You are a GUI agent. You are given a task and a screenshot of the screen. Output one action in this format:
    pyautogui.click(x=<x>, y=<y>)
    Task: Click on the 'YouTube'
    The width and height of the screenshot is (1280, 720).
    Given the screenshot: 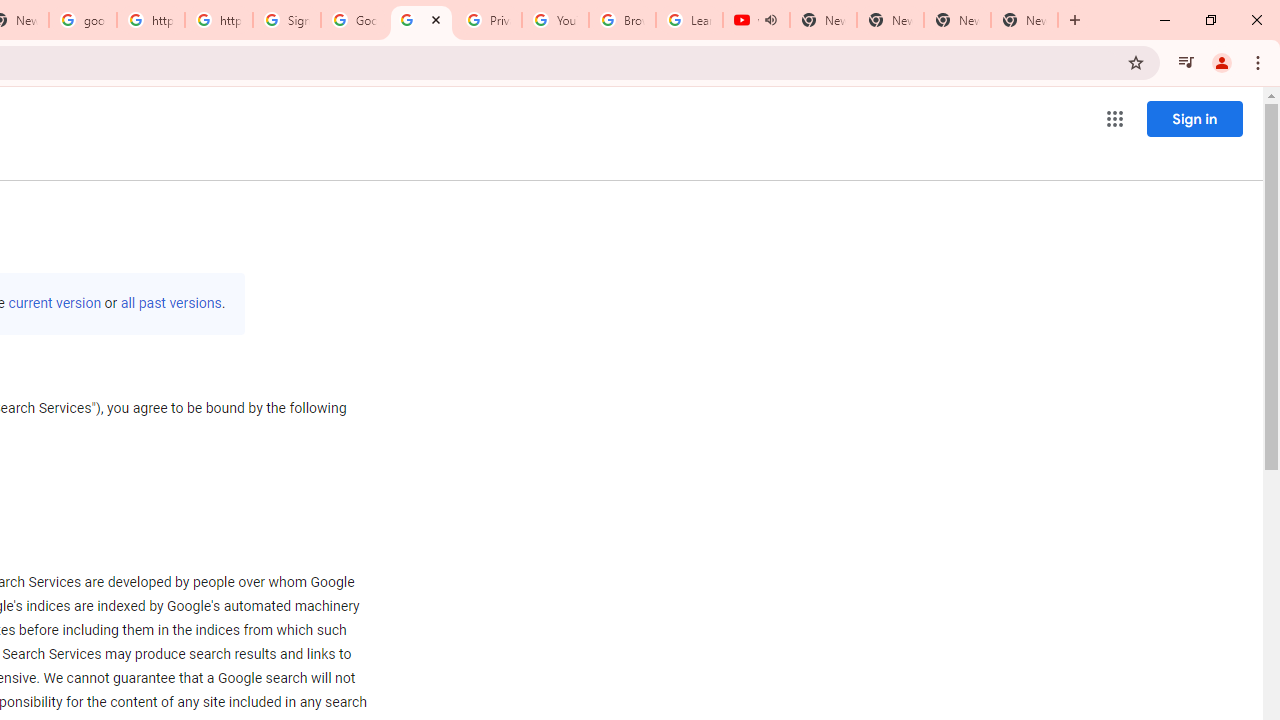 What is the action you would take?
    pyautogui.click(x=555, y=20)
    